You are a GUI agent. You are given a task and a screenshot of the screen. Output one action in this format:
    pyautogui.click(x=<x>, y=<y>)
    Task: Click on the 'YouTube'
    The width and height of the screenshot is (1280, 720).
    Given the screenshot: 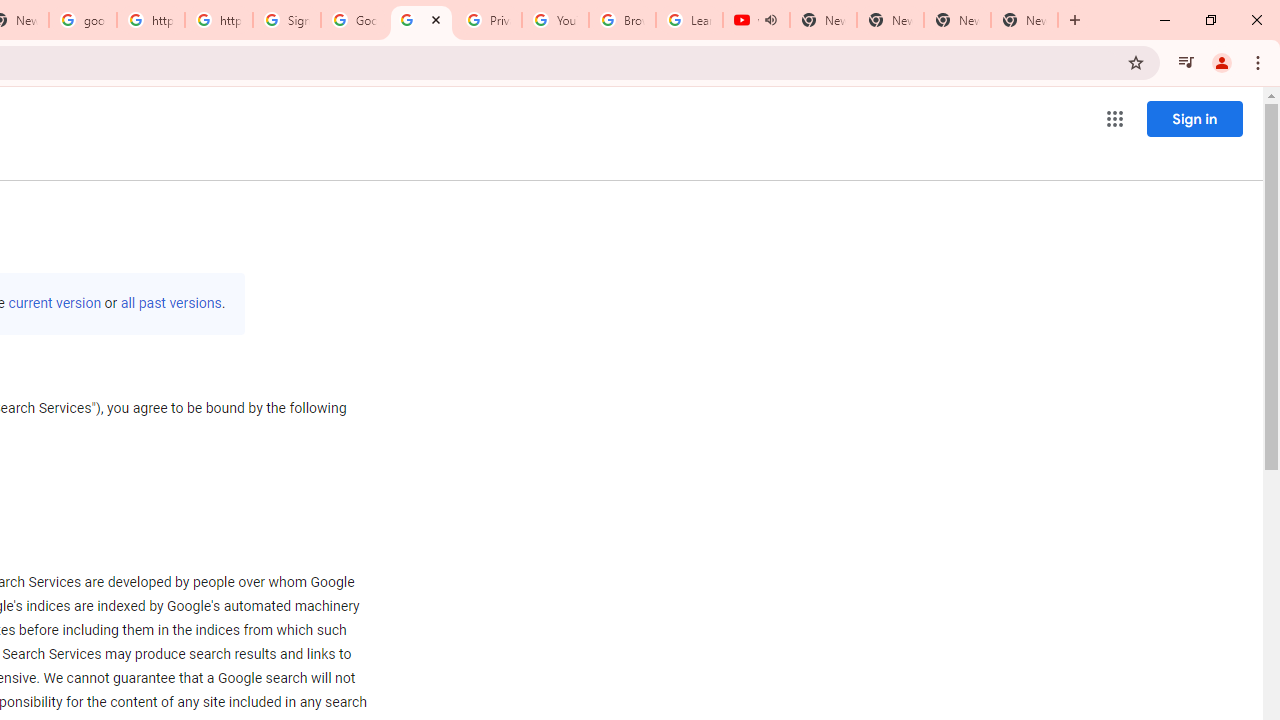 What is the action you would take?
    pyautogui.click(x=555, y=20)
    